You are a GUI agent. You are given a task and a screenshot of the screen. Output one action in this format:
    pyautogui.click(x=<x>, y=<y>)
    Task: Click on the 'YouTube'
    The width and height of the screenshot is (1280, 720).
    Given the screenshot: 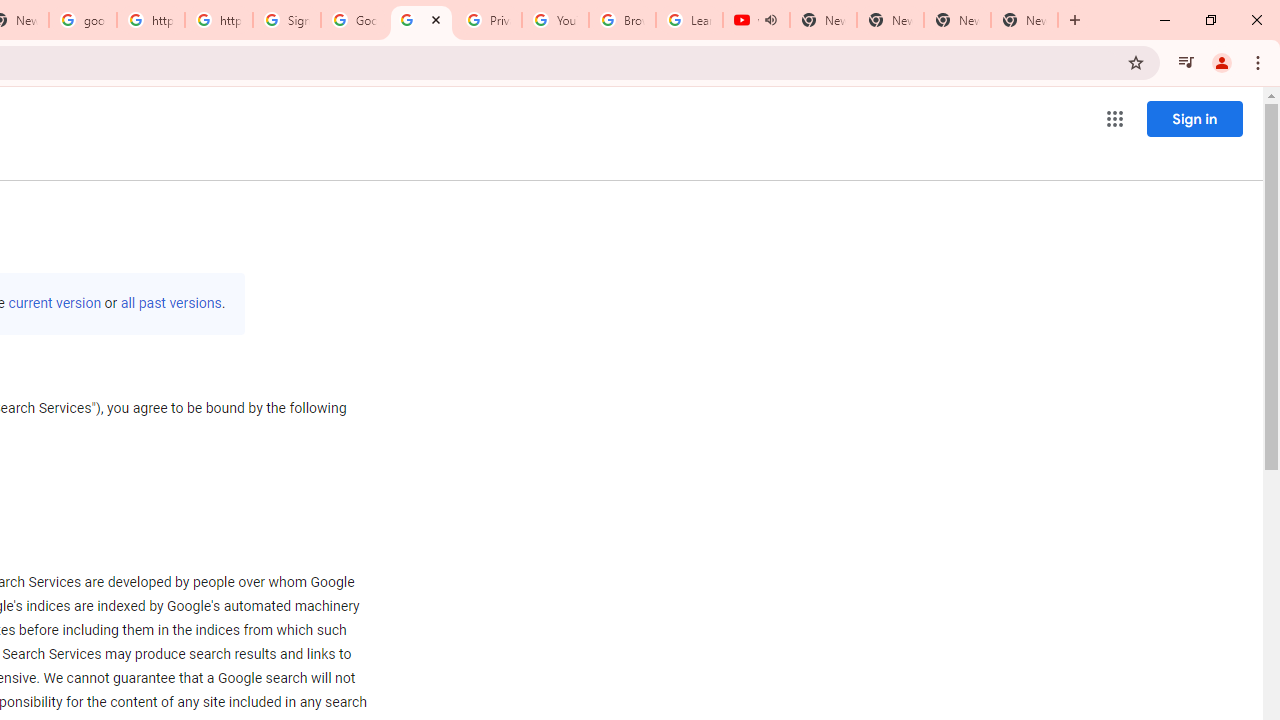 What is the action you would take?
    pyautogui.click(x=555, y=20)
    